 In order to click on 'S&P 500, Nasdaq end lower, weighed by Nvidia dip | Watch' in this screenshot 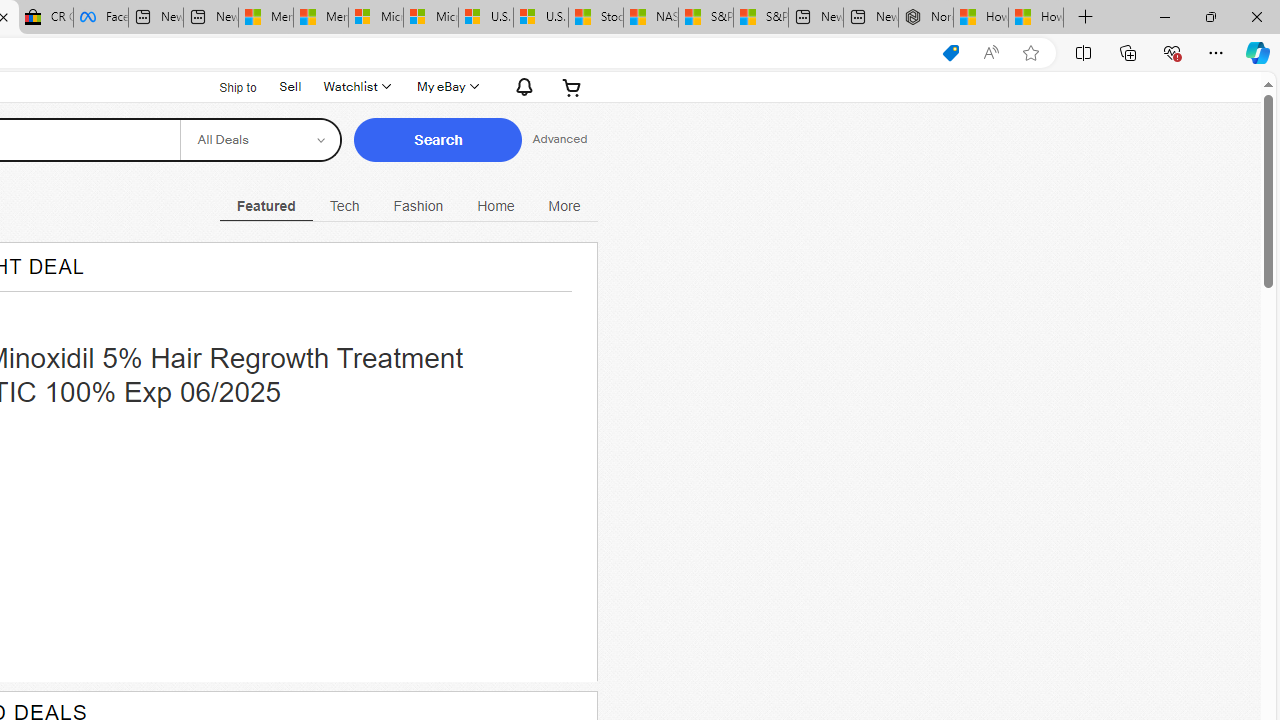, I will do `click(759, 17)`.